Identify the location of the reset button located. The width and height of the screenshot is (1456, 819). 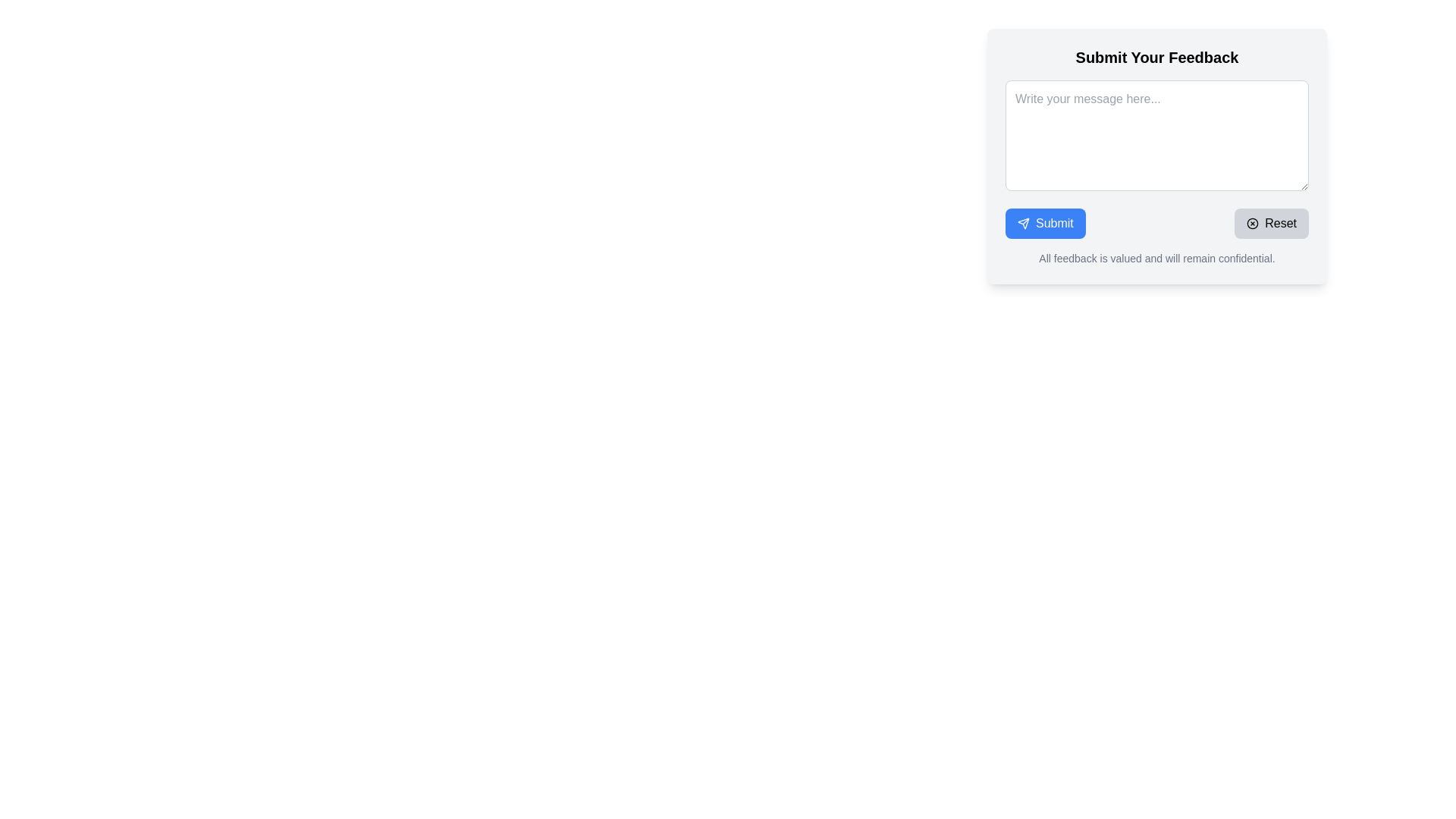
(1272, 223).